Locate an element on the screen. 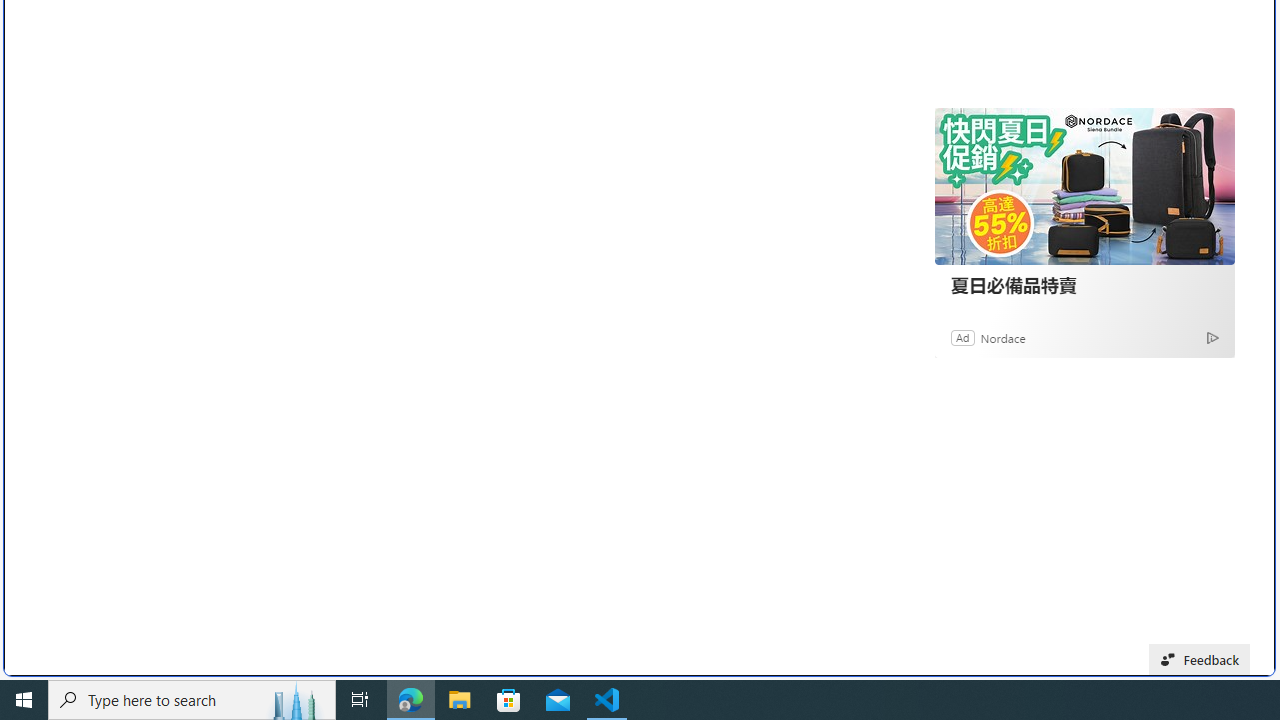  'Ad Choice' is located at coordinates (1211, 336).